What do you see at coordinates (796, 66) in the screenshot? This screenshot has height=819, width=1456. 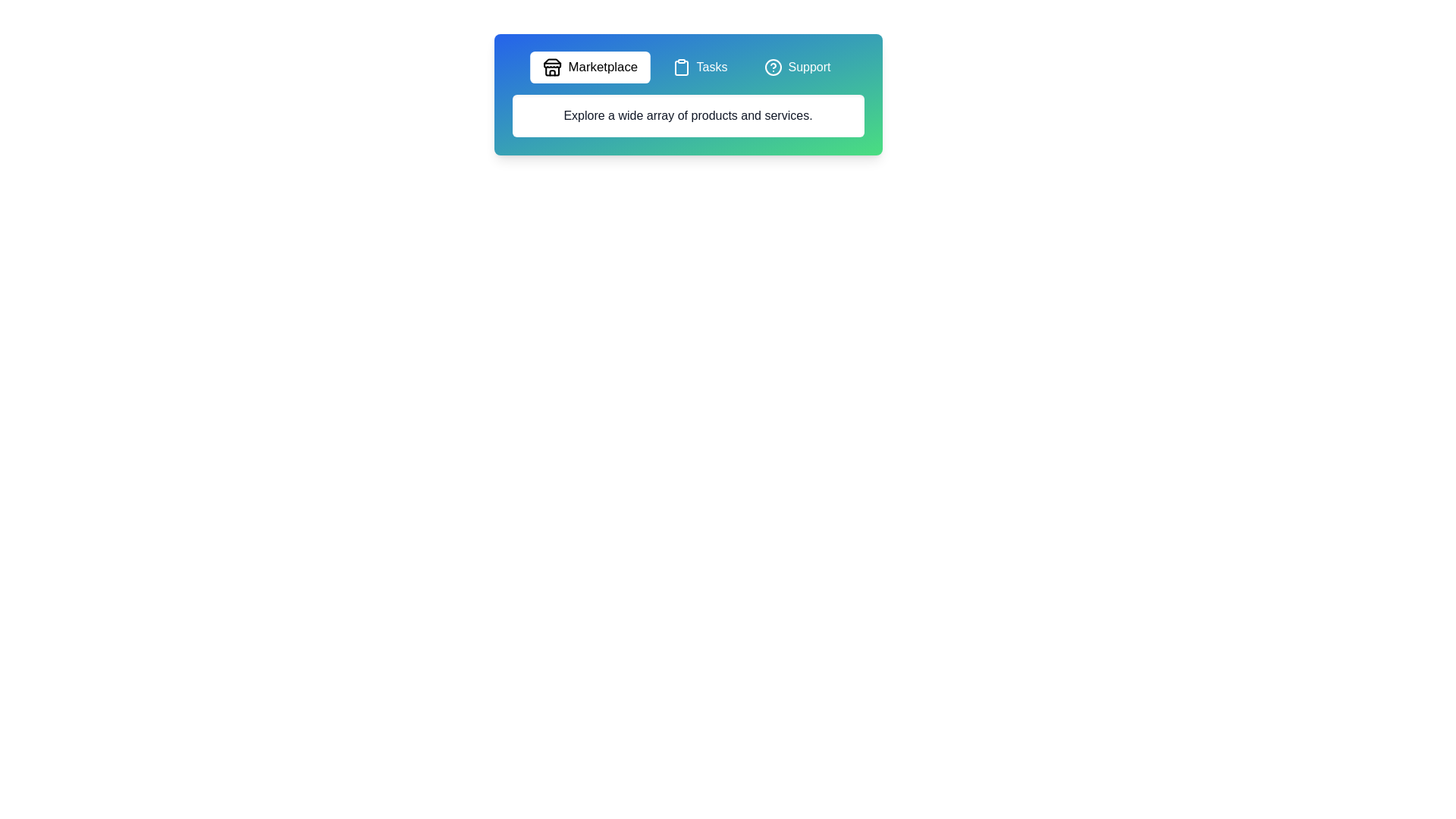 I see `the tab labeled Support to inspect its icon` at bounding box center [796, 66].